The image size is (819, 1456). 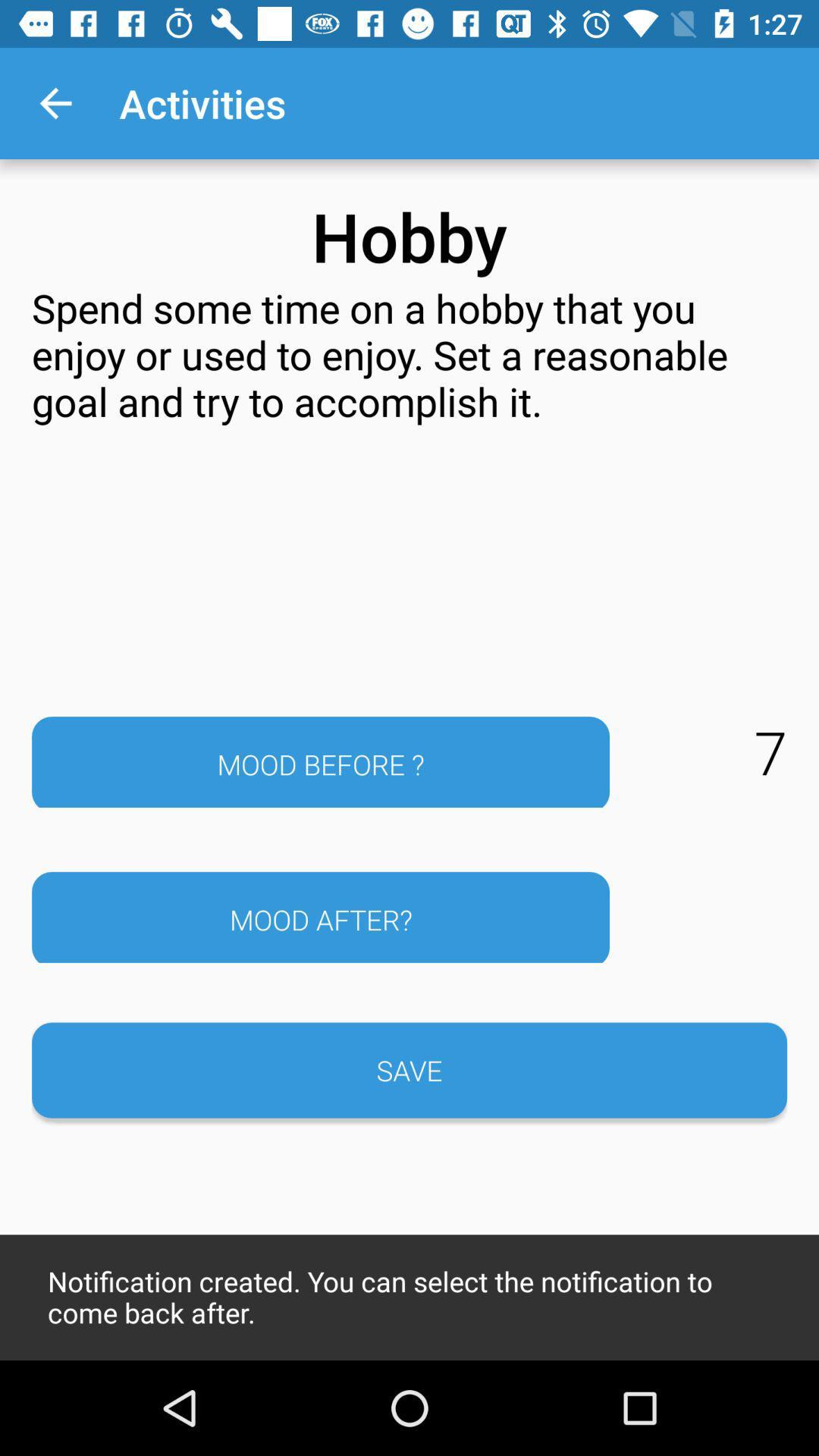 What do you see at coordinates (409, 1069) in the screenshot?
I see `save item` at bounding box center [409, 1069].